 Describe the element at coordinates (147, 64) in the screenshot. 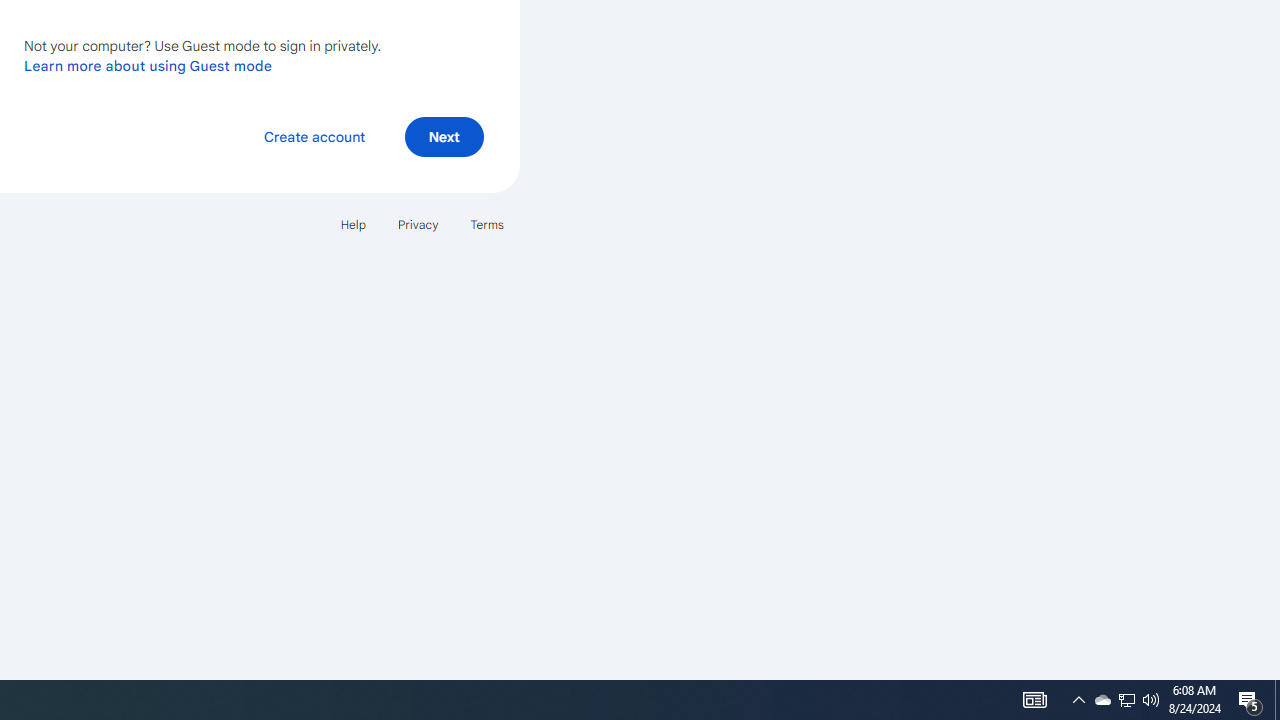

I see `'Learn more about using Guest mode'` at that location.